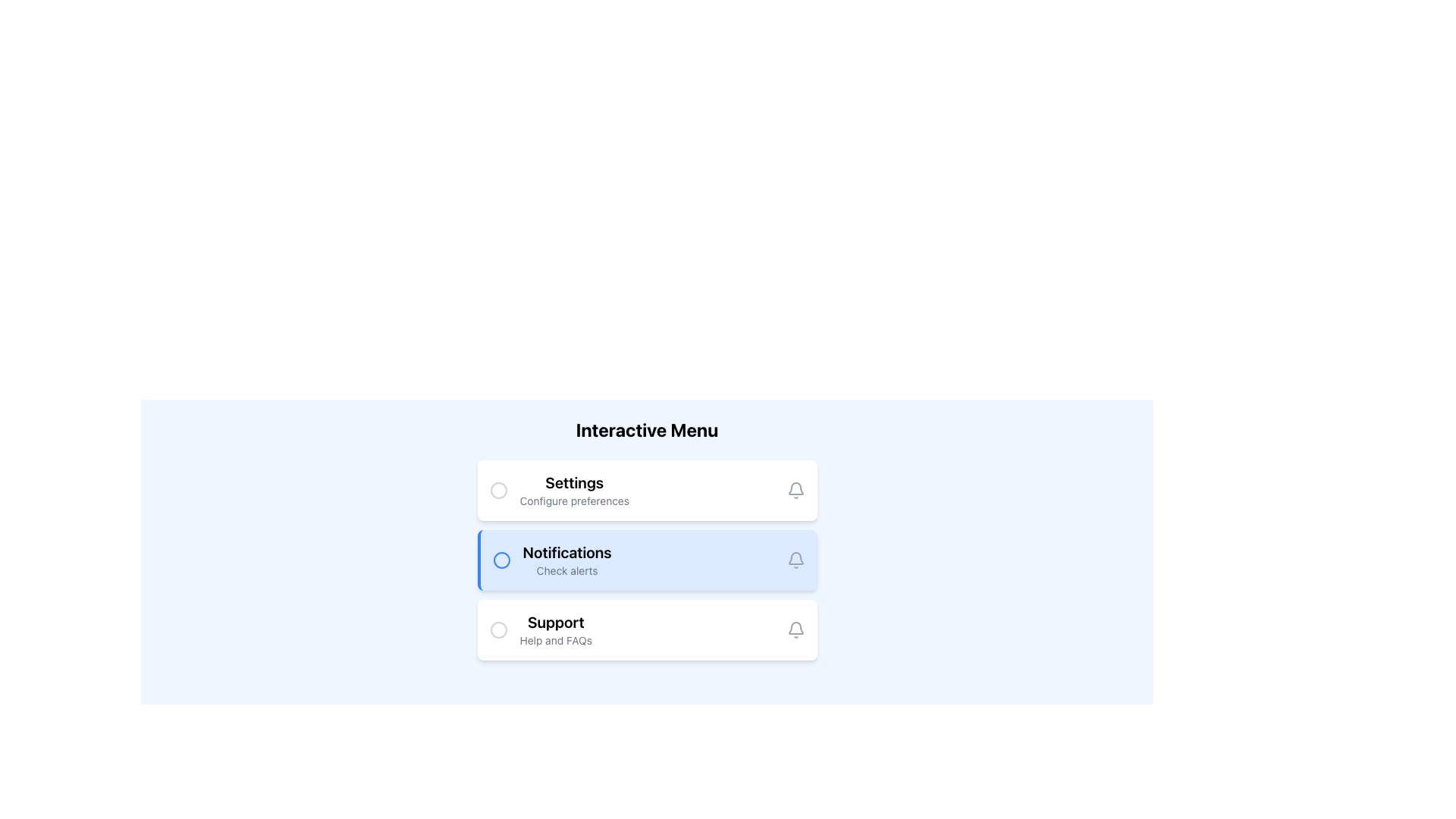 The height and width of the screenshot is (819, 1456). Describe the element at coordinates (647, 491) in the screenshot. I see `the settings menu card, which is the first item in the vertical list located below the title 'Interactive Menu'` at that location.